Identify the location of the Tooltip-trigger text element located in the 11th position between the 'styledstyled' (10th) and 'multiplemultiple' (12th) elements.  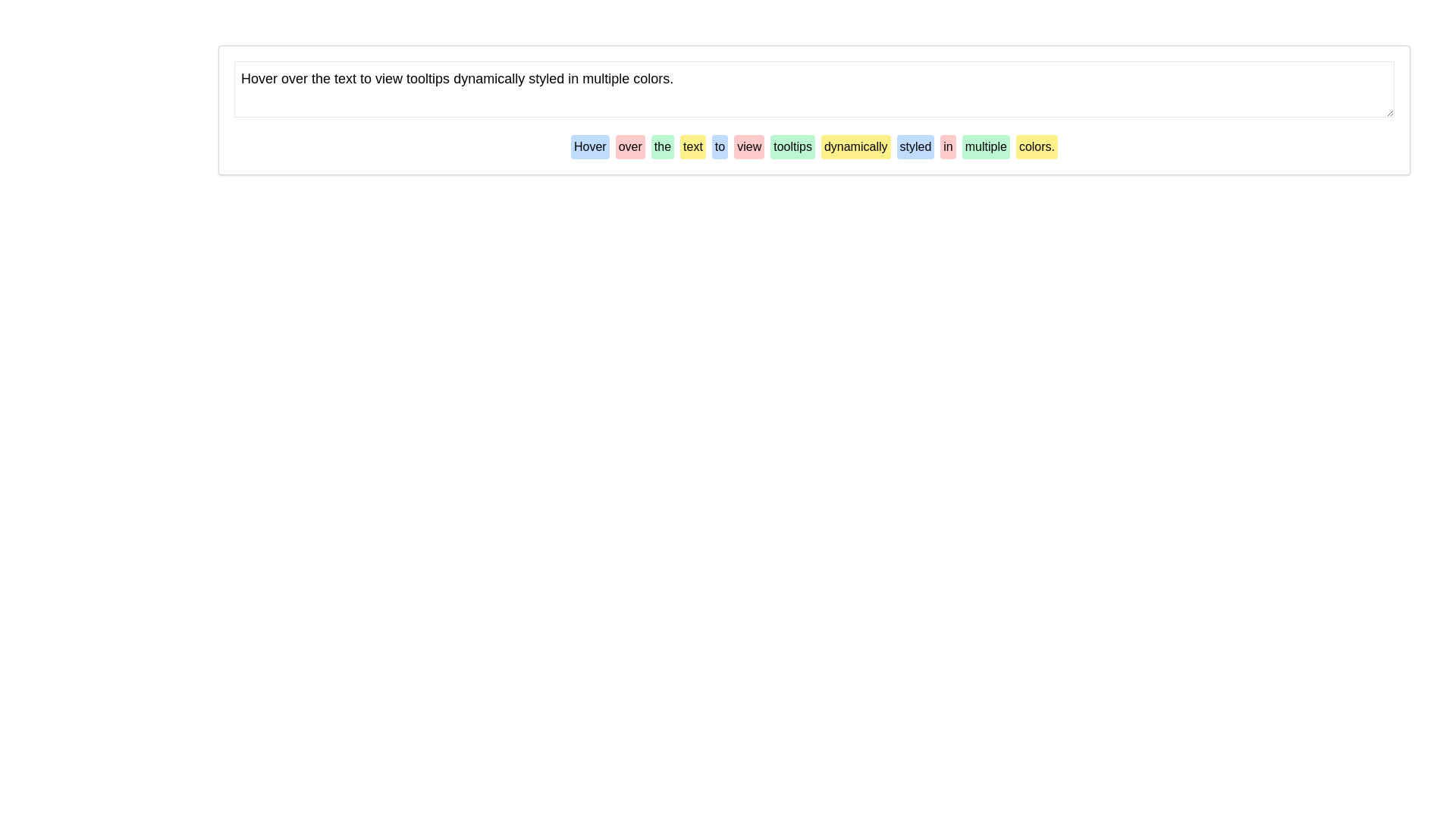
(947, 146).